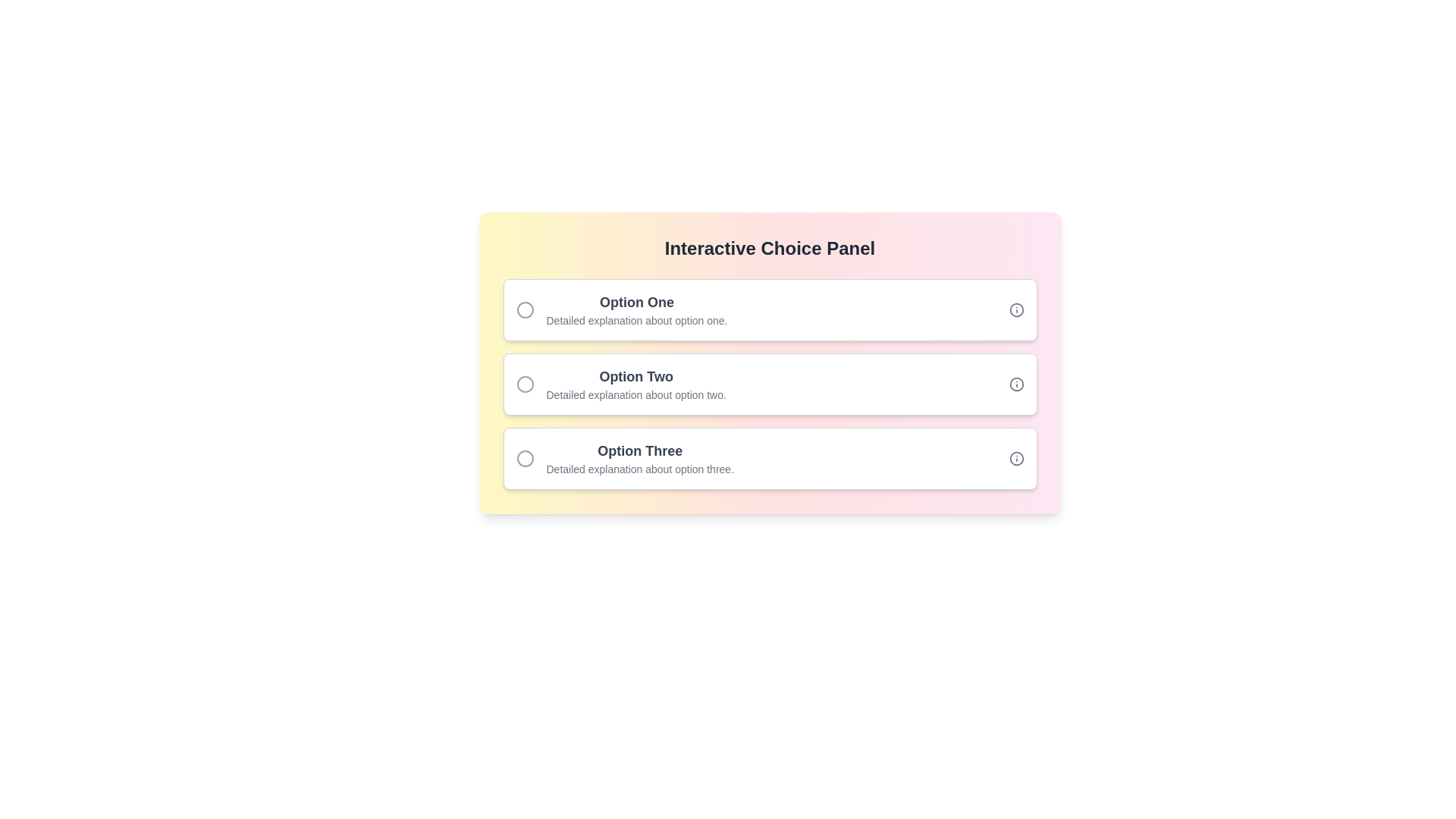 The width and height of the screenshot is (1456, 819). Describe the element at coordinates (525, 458) in the screenshot. I see `the circular radio button with a gray border located to the left of the text 'Option Three' in the third option row of a vertically stacked list` at that location.